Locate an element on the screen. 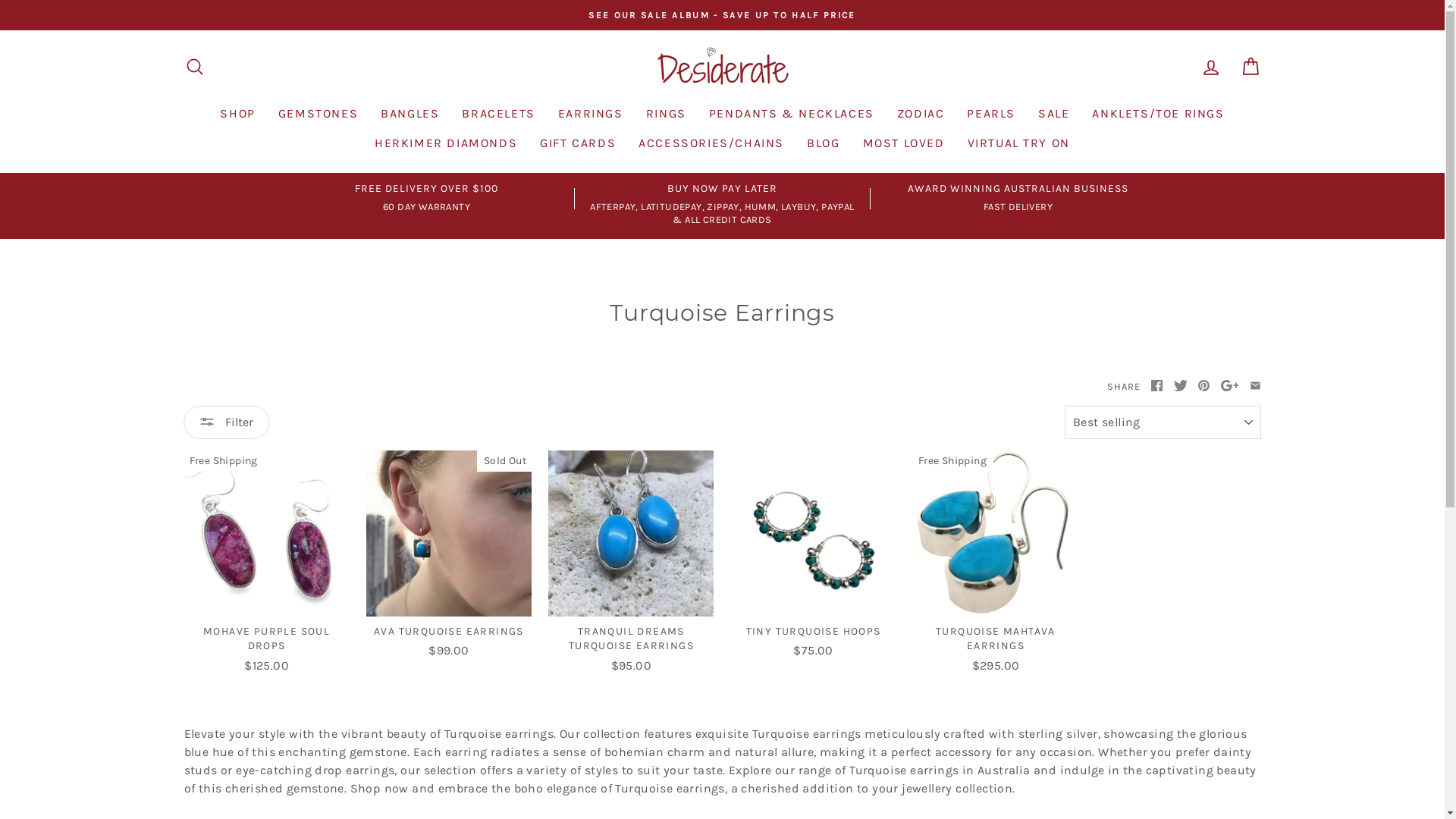 This screenshot has width=1456, height=819. 'TURQUOISE MAHTAVA EARRINGS is located at coordinates (912, 564).